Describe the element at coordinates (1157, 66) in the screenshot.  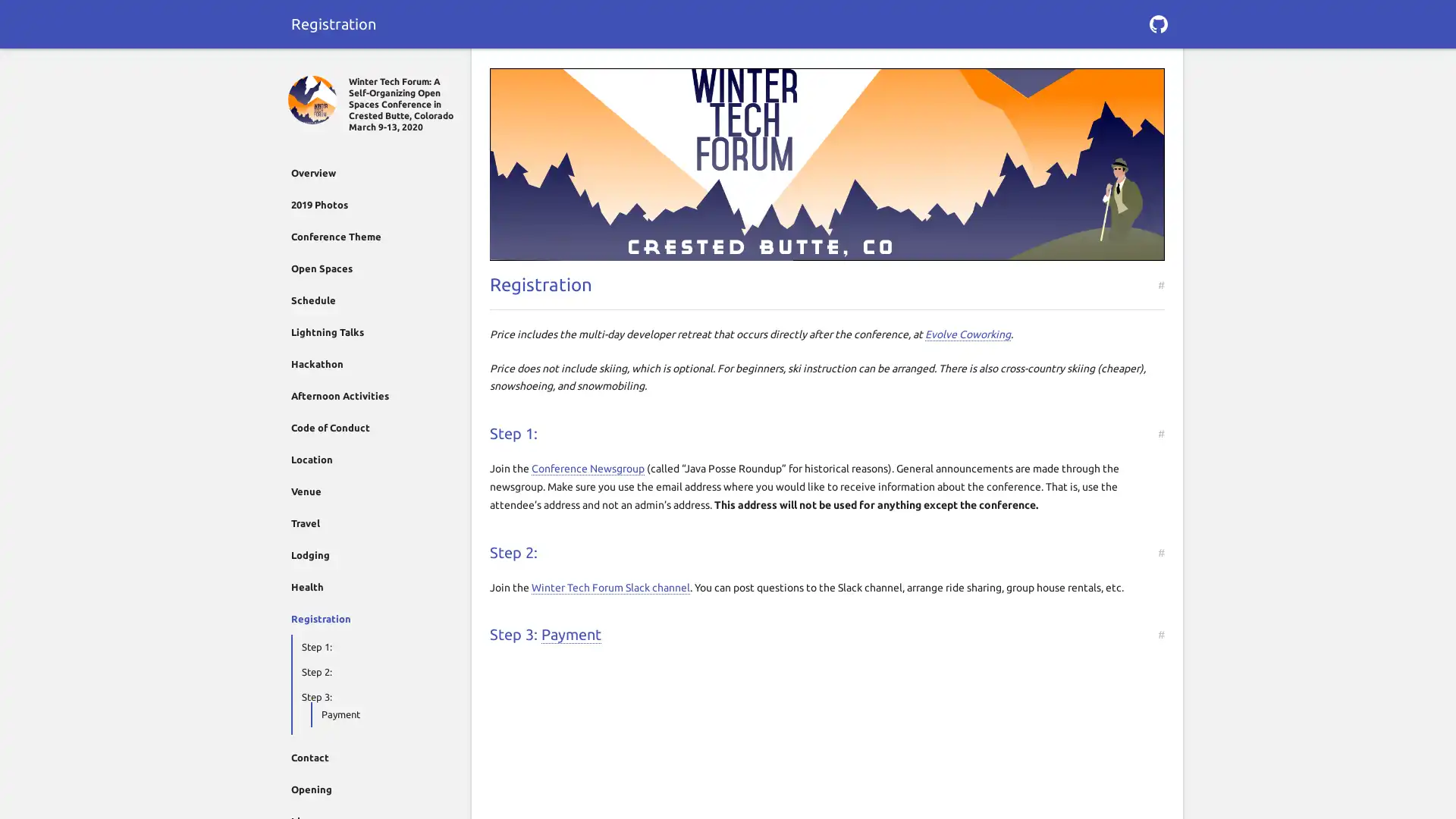
I see `Search` at that location.